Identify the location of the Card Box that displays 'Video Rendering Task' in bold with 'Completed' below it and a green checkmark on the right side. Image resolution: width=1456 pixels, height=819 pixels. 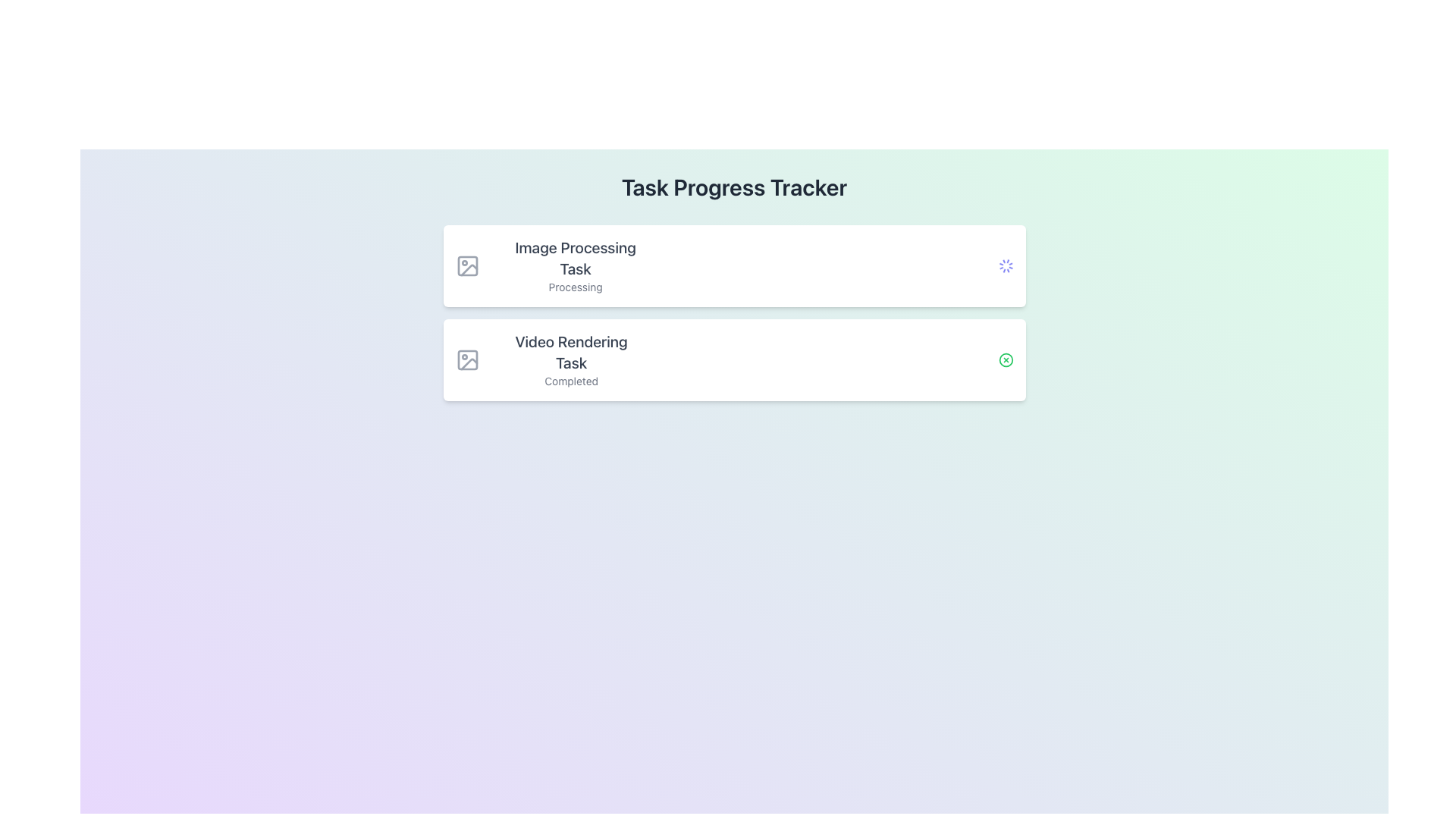
(734, 359).